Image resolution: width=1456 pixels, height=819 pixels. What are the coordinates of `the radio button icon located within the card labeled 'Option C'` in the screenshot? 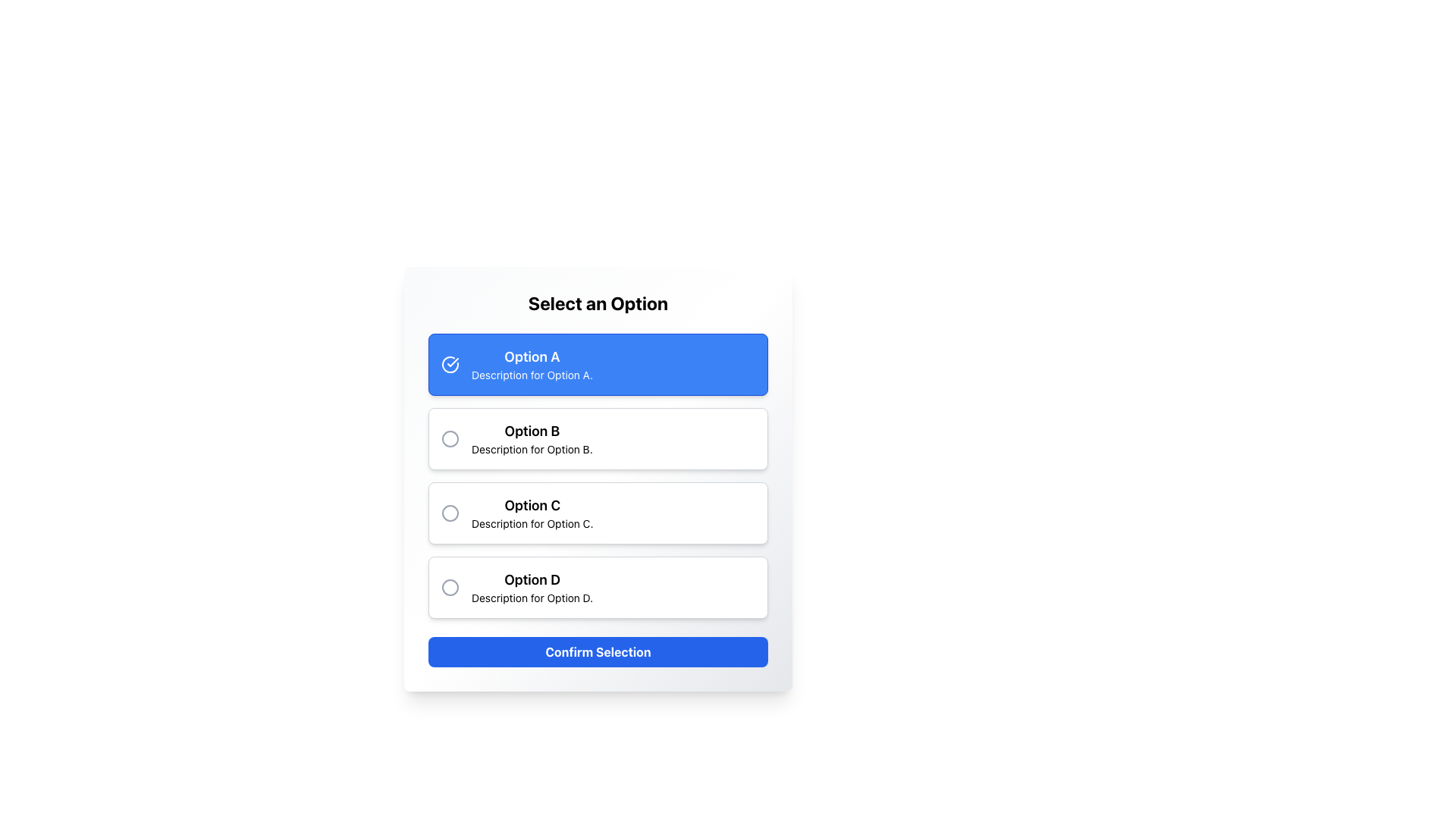 It's located at (450, 513).